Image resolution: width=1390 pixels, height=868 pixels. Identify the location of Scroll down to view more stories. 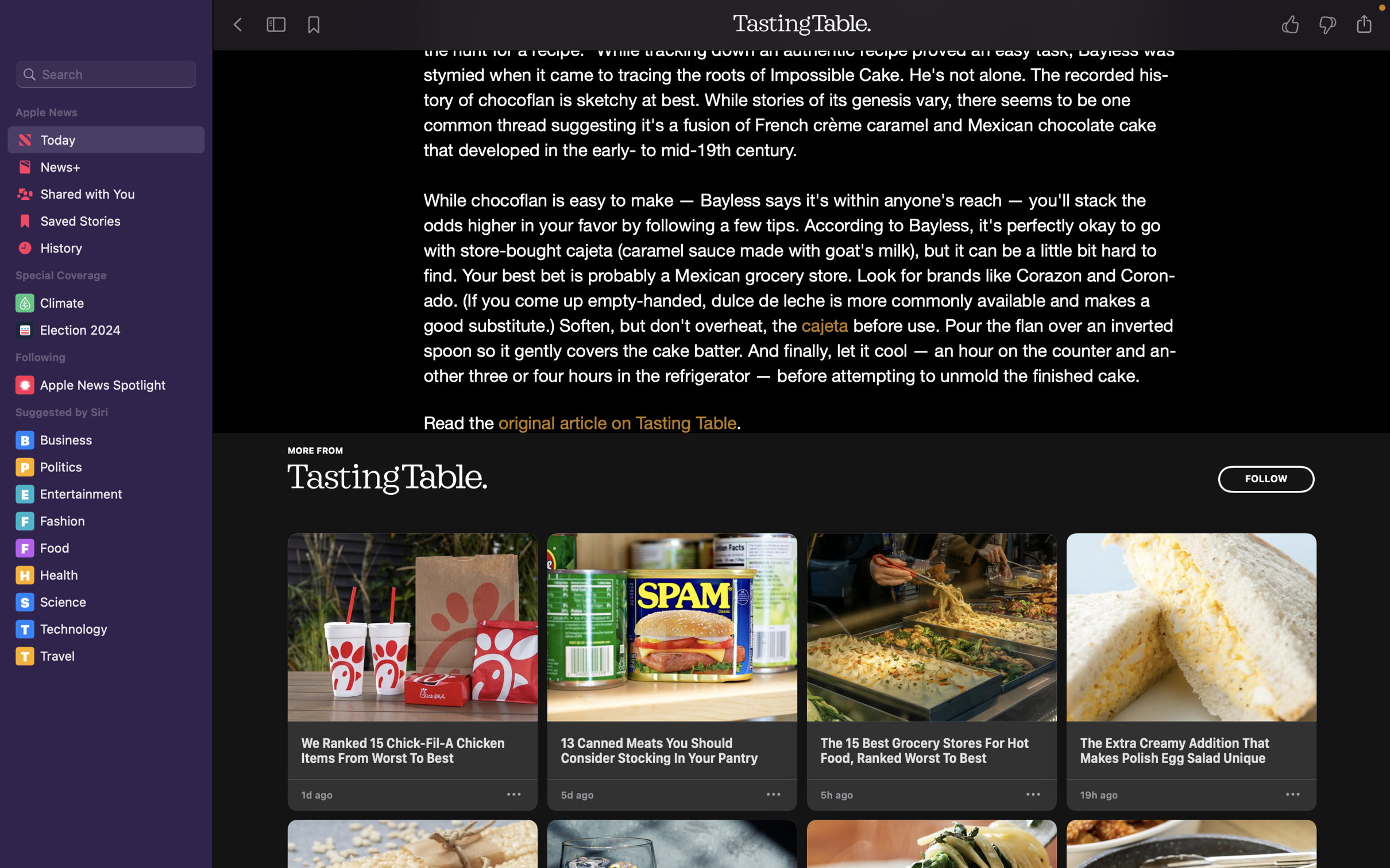
(2307400, 828506).